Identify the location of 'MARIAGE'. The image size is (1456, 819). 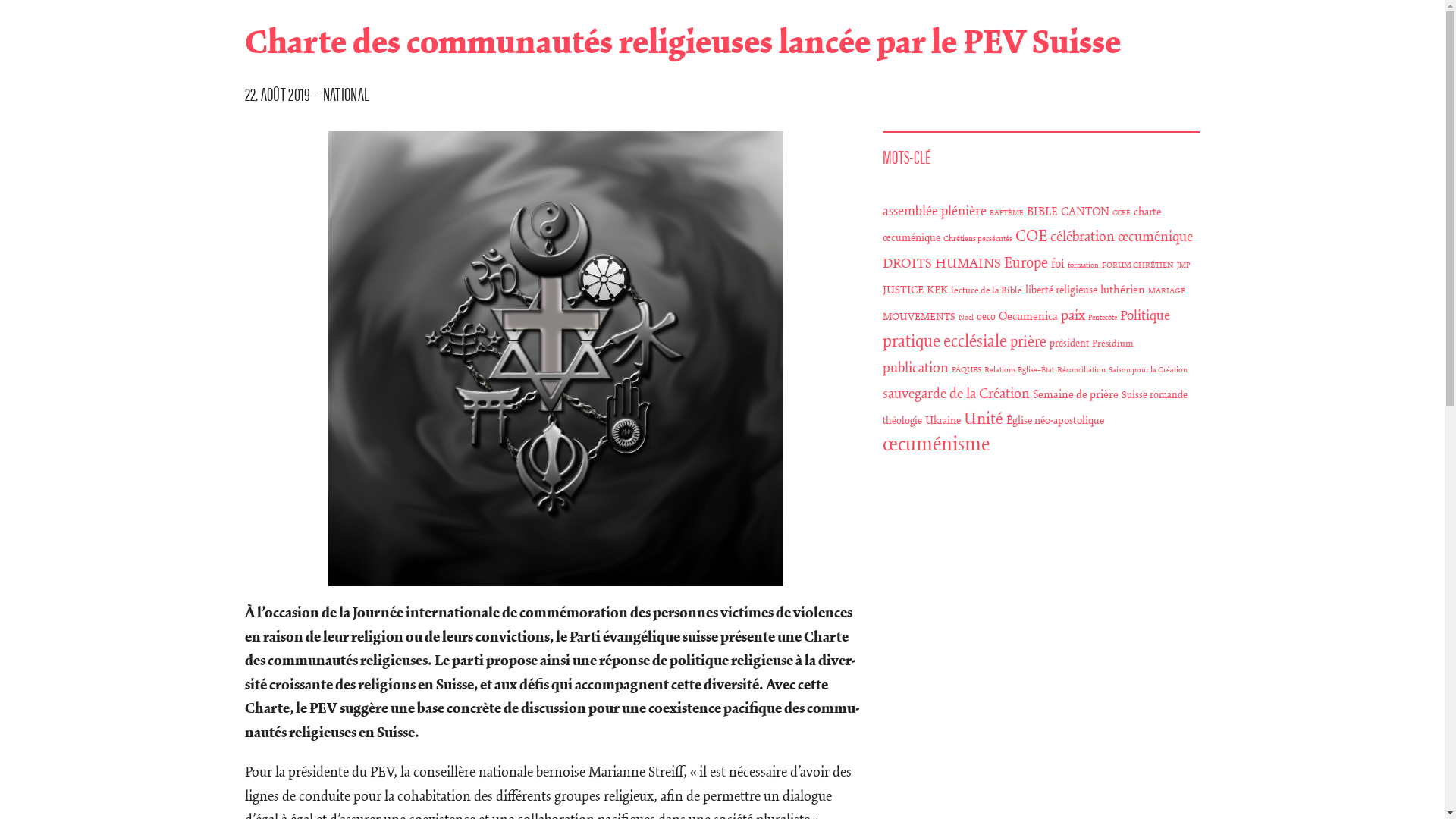
(1166, 291).